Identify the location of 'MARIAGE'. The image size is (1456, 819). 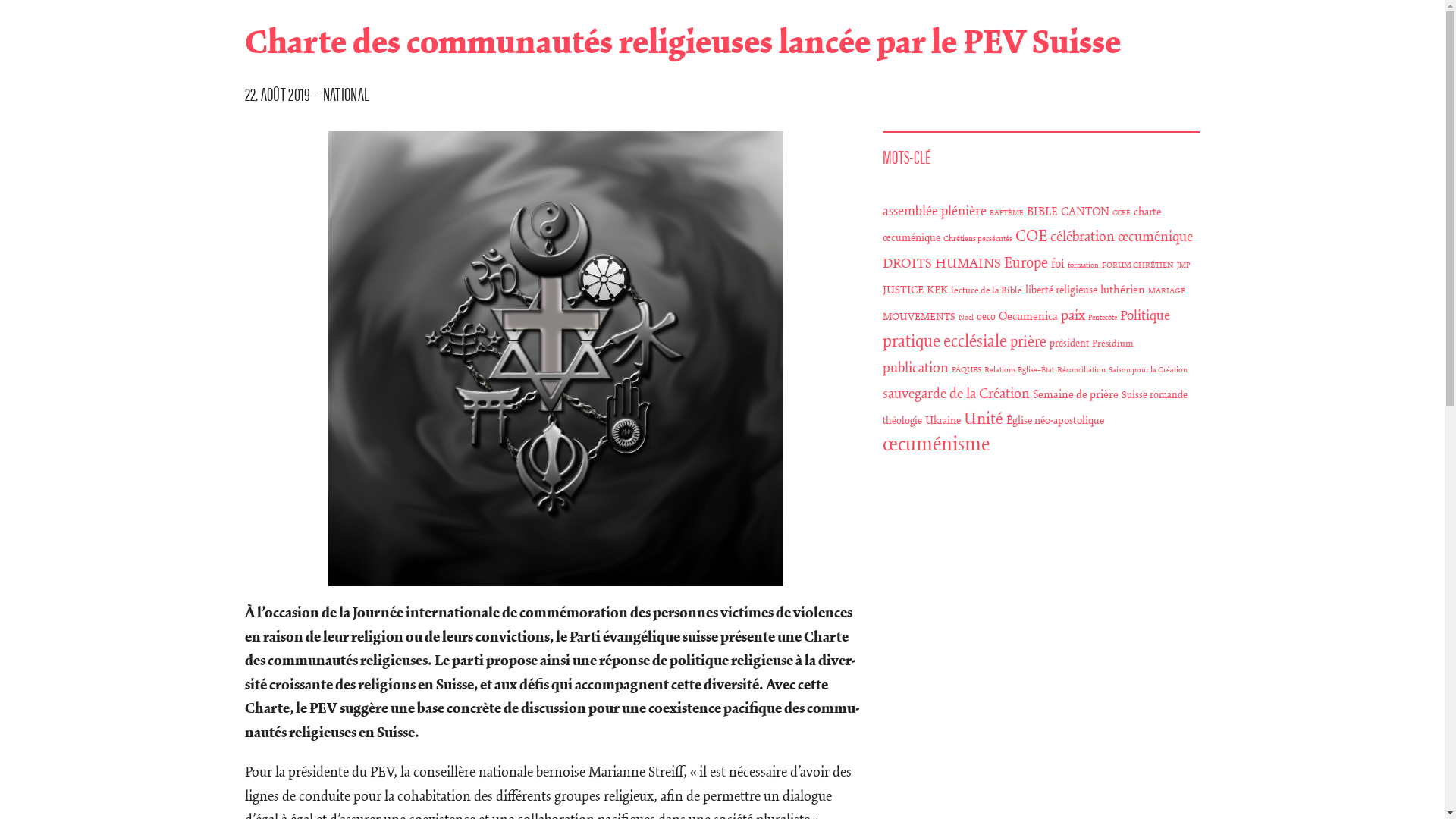
(1166, 291).